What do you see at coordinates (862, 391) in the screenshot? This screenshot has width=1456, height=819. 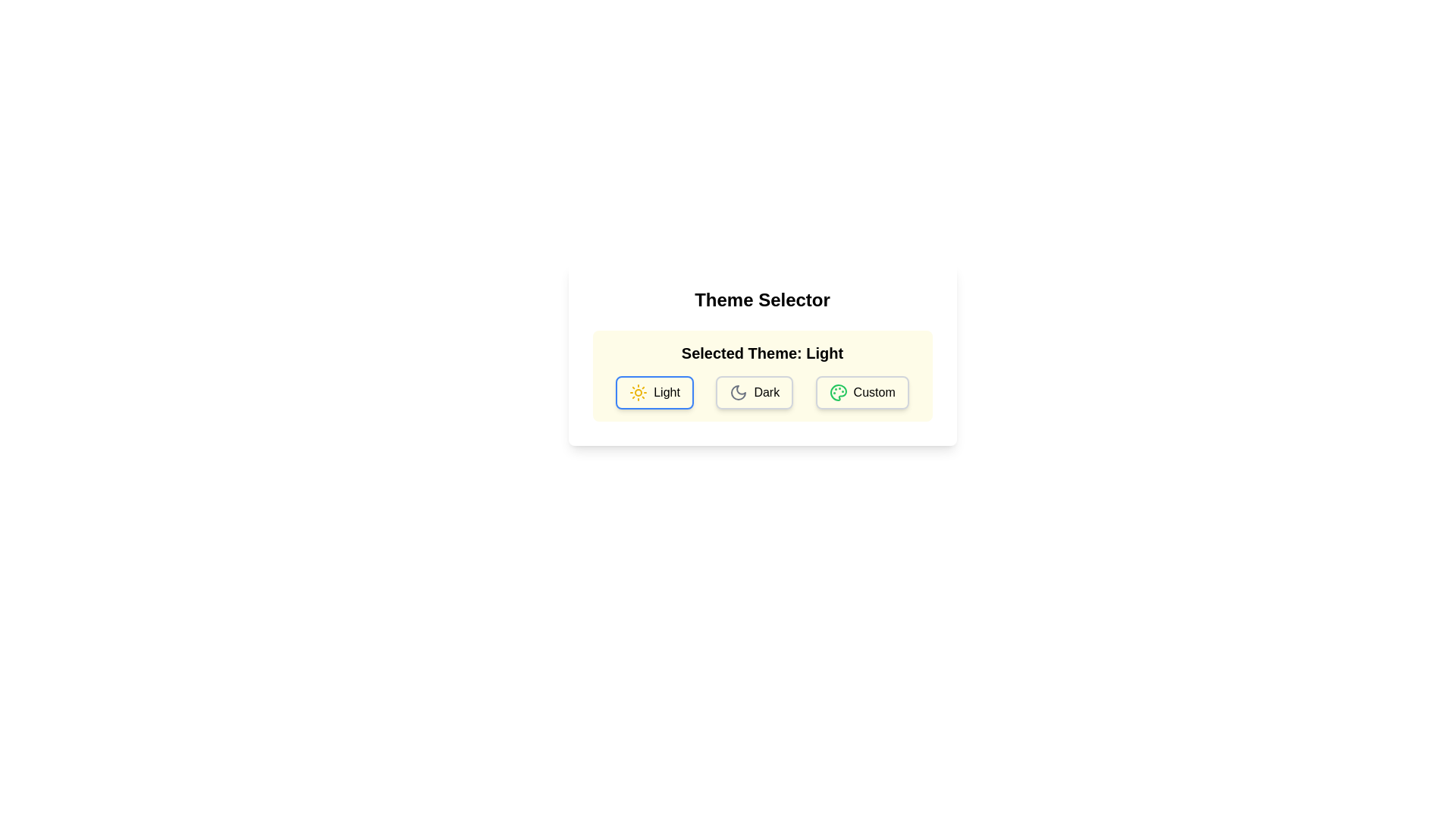 I see `the 'Custom' theme button, which is the rightmost button in a group of three theme options: 'Light', 'Dark', and 'Custom'` at bounding box center [862, 391].